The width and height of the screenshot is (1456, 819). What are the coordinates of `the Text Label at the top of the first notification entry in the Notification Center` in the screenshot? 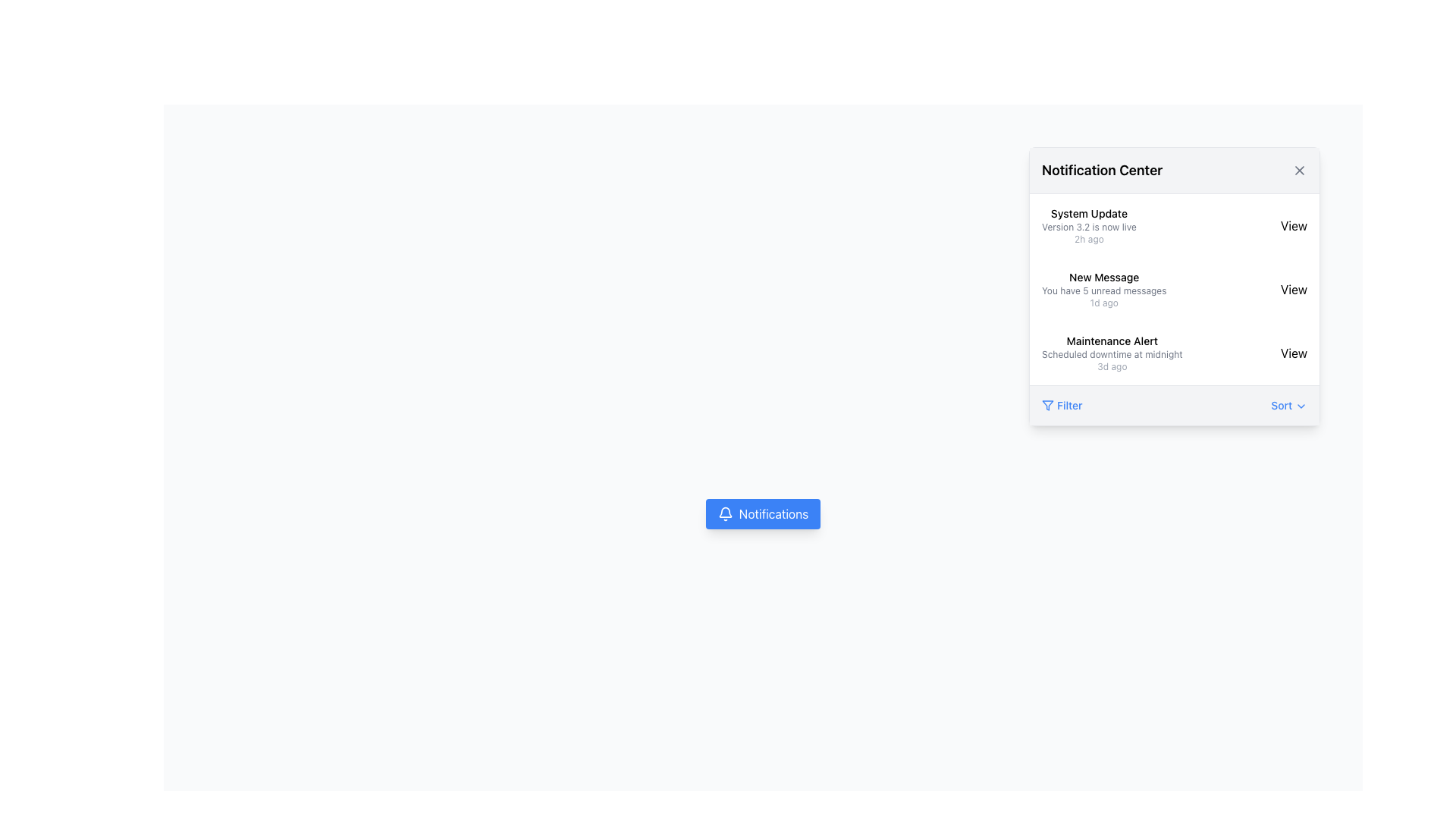 It's located at (1087, 213).